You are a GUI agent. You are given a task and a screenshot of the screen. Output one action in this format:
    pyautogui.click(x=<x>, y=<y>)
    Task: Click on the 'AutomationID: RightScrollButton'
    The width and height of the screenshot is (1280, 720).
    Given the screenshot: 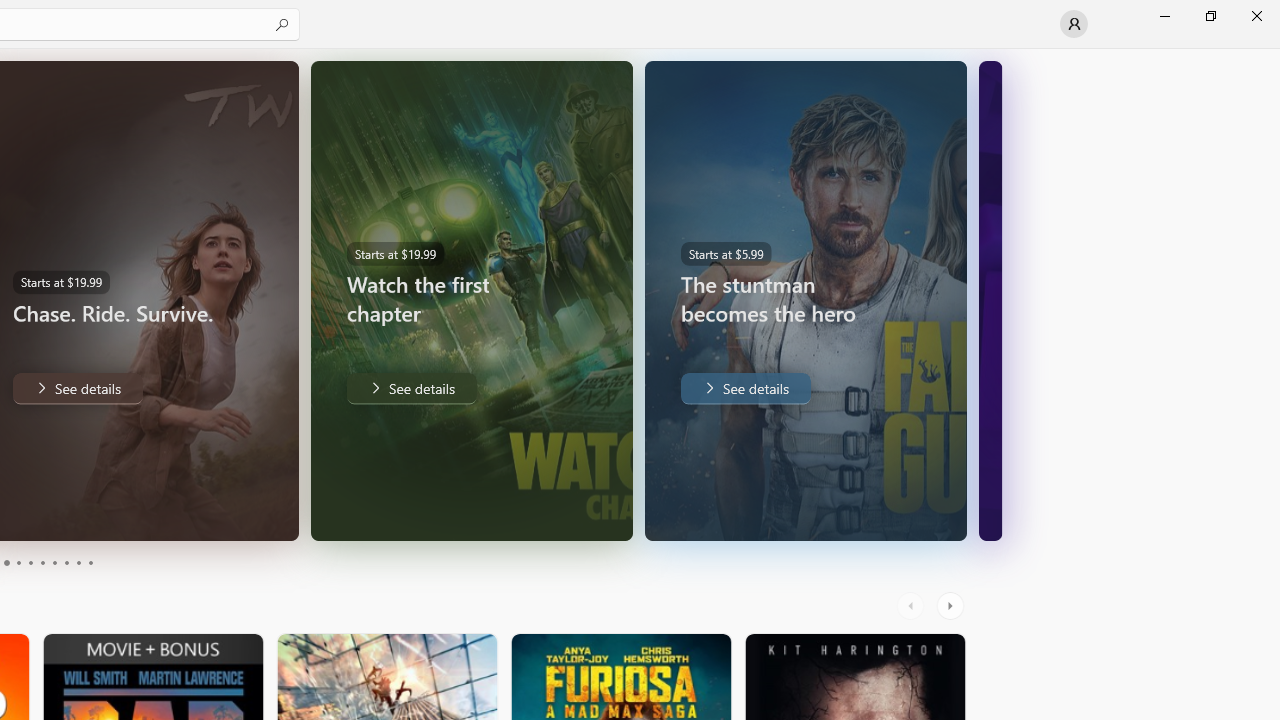 What is the action you would take?
    pyautogui.click(x=951, y=605)
    